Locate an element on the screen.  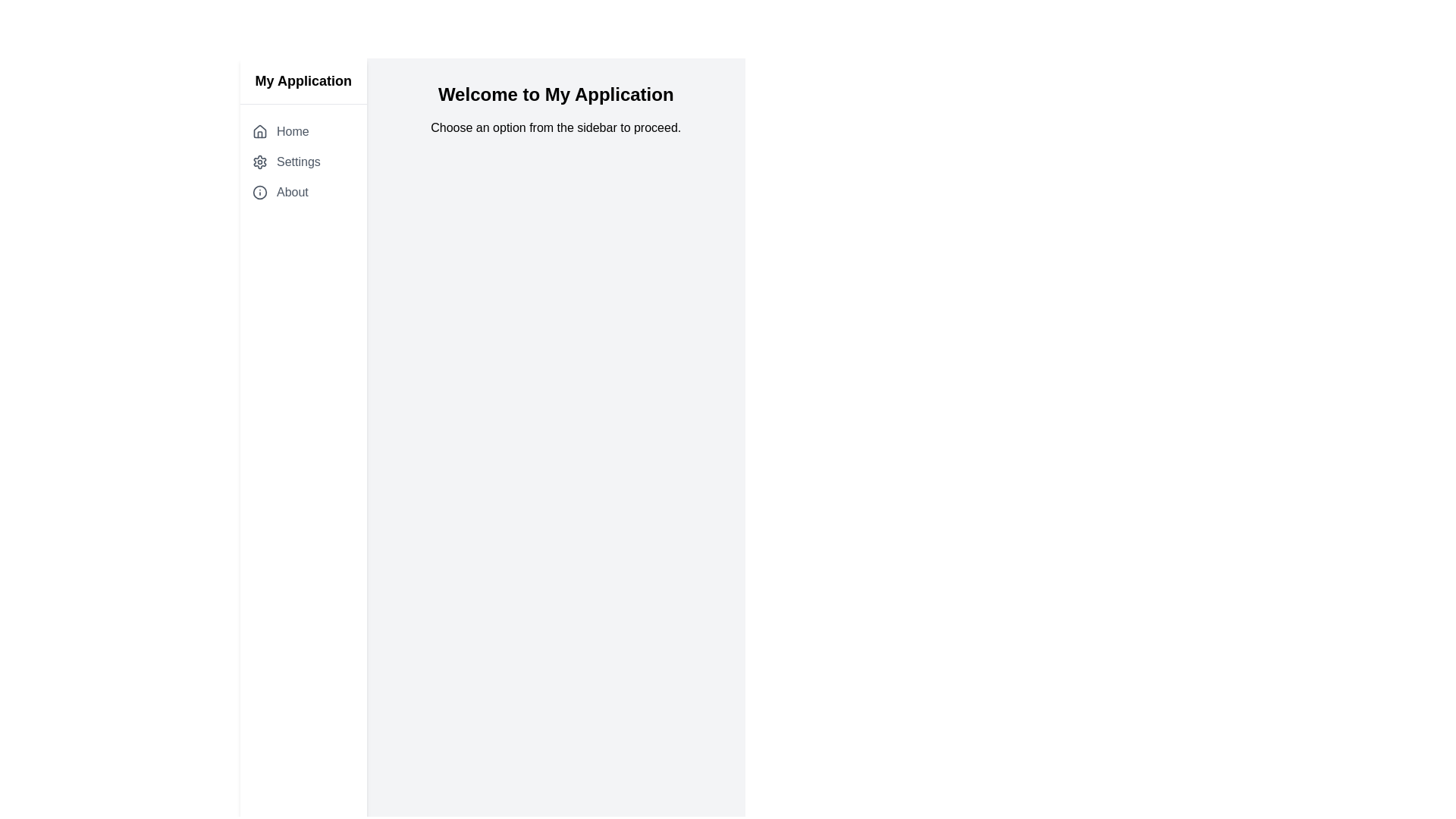
the 'Settings' menu icon located in the vertical navigation menu on the left side, positioned below the 'Home' icon and above the 'About' icon is located at coordinates (259, 162).